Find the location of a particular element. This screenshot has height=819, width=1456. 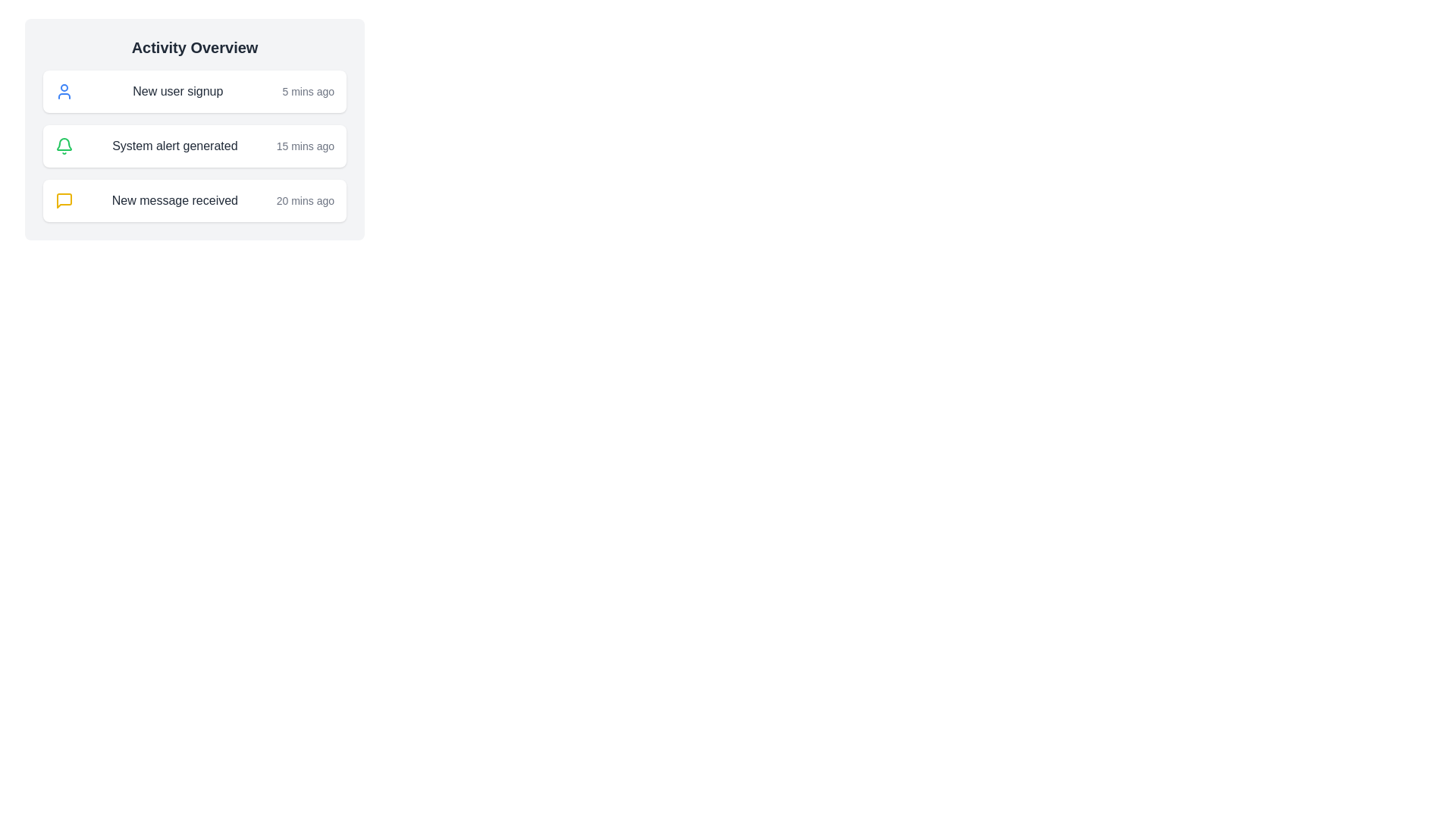

the yellow speech bubble icon indicating an alert or message is located at coordinates (64, 200).